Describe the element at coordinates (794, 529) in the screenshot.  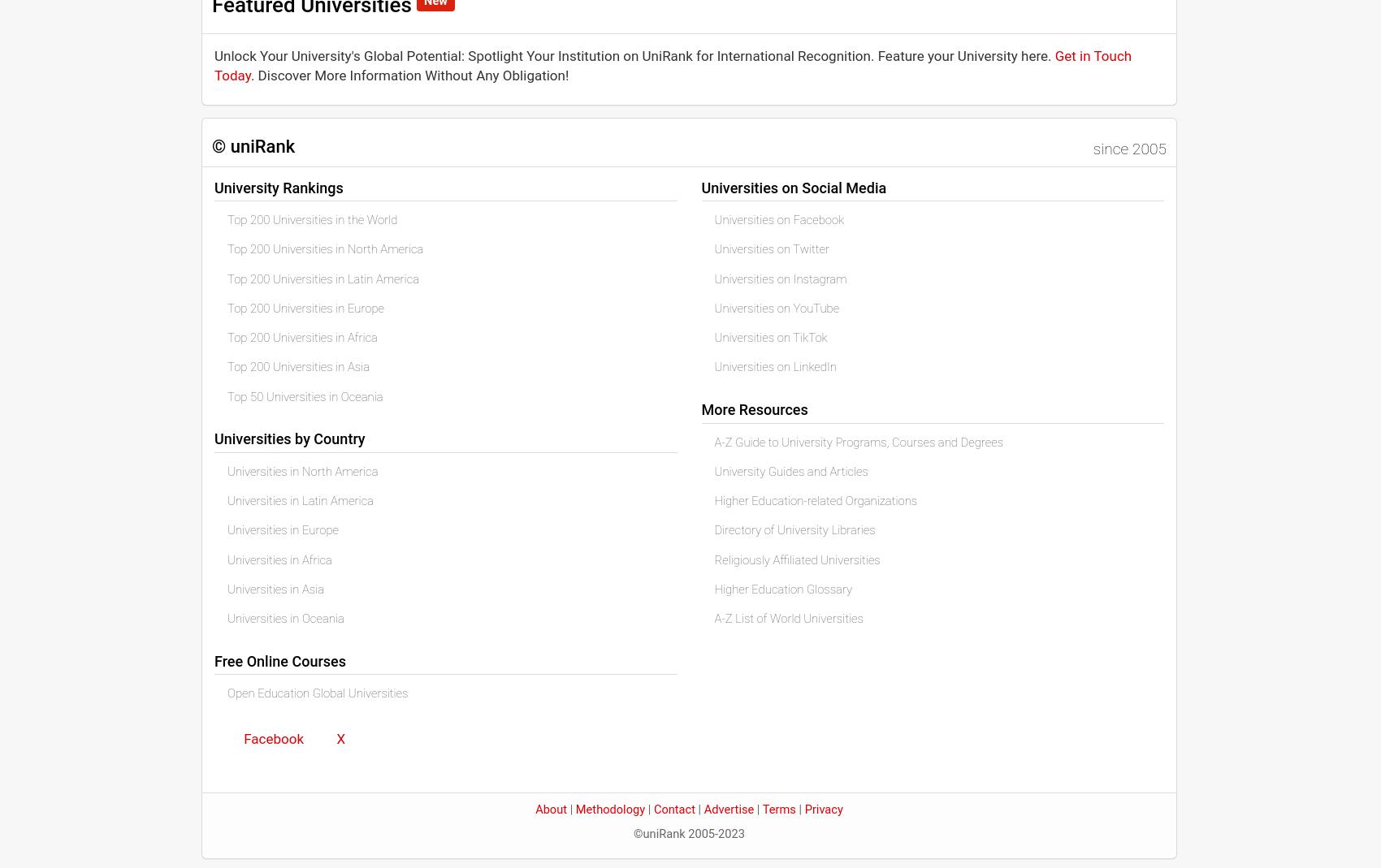
I see `'Directory of University Libraries'` at that location.